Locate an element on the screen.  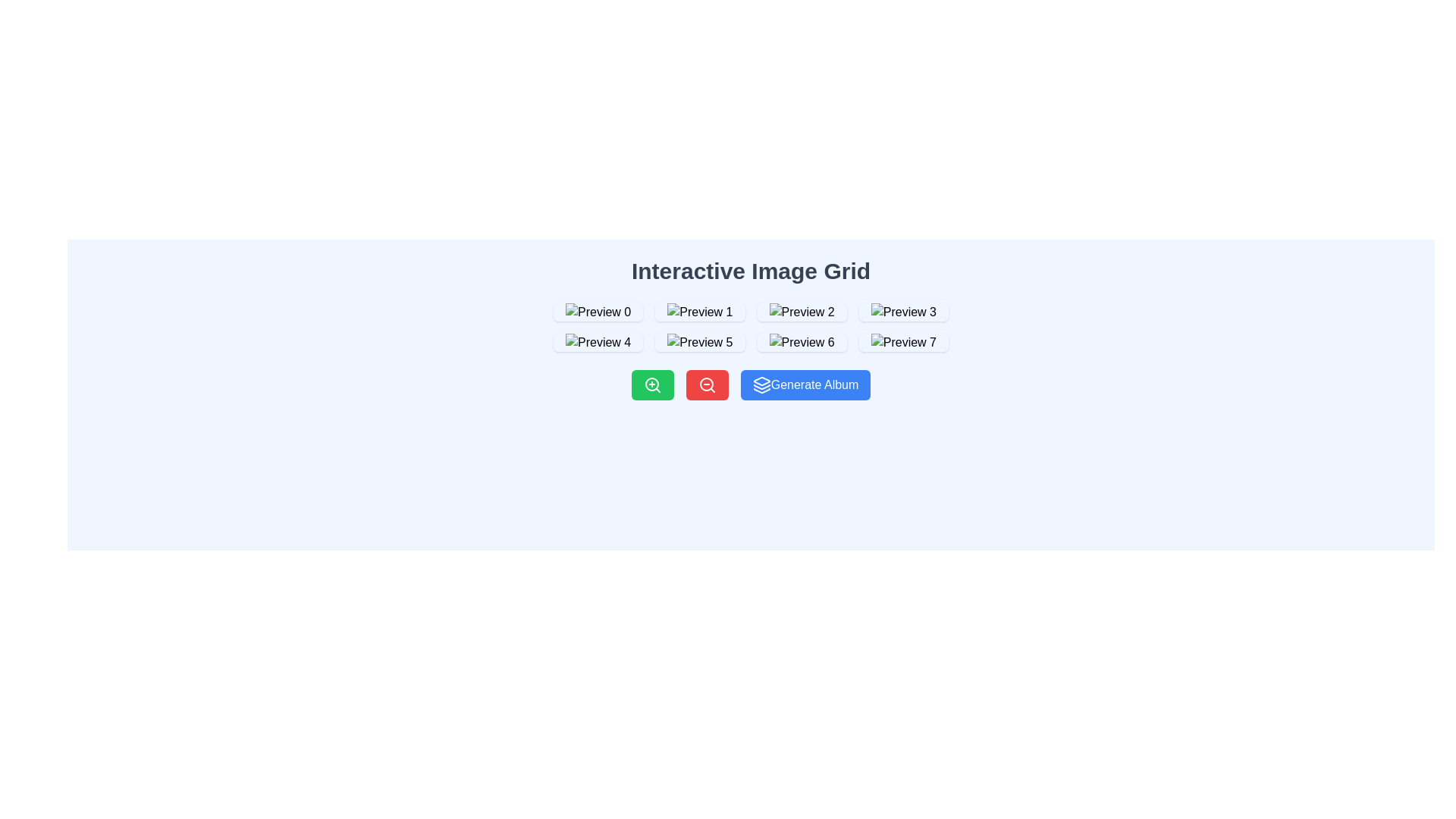
the rightmost button in a row of three buttons is located at coordinates (751, 384).